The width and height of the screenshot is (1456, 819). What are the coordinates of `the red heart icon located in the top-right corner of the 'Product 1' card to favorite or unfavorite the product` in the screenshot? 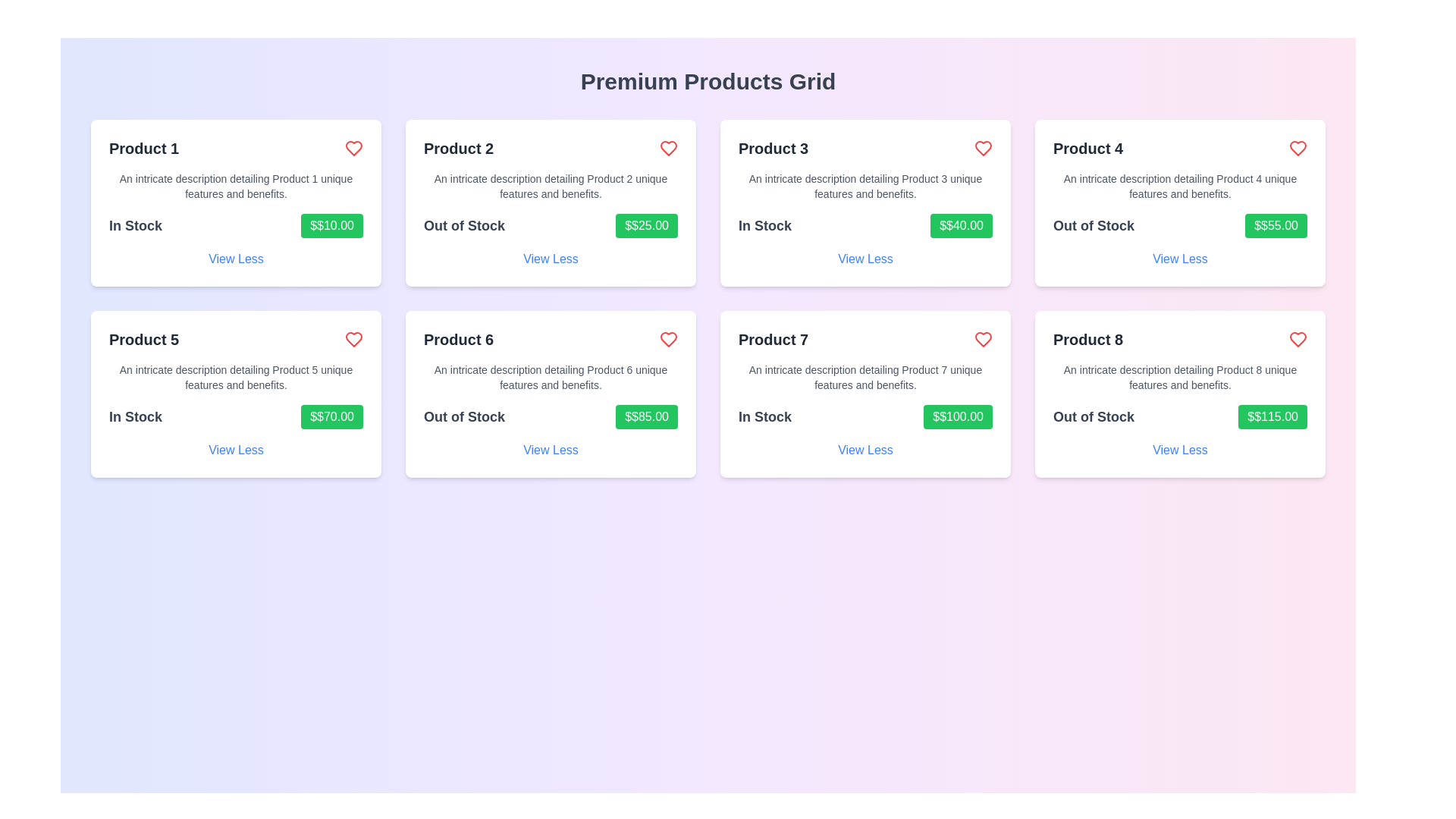 It's located at (353, 149).